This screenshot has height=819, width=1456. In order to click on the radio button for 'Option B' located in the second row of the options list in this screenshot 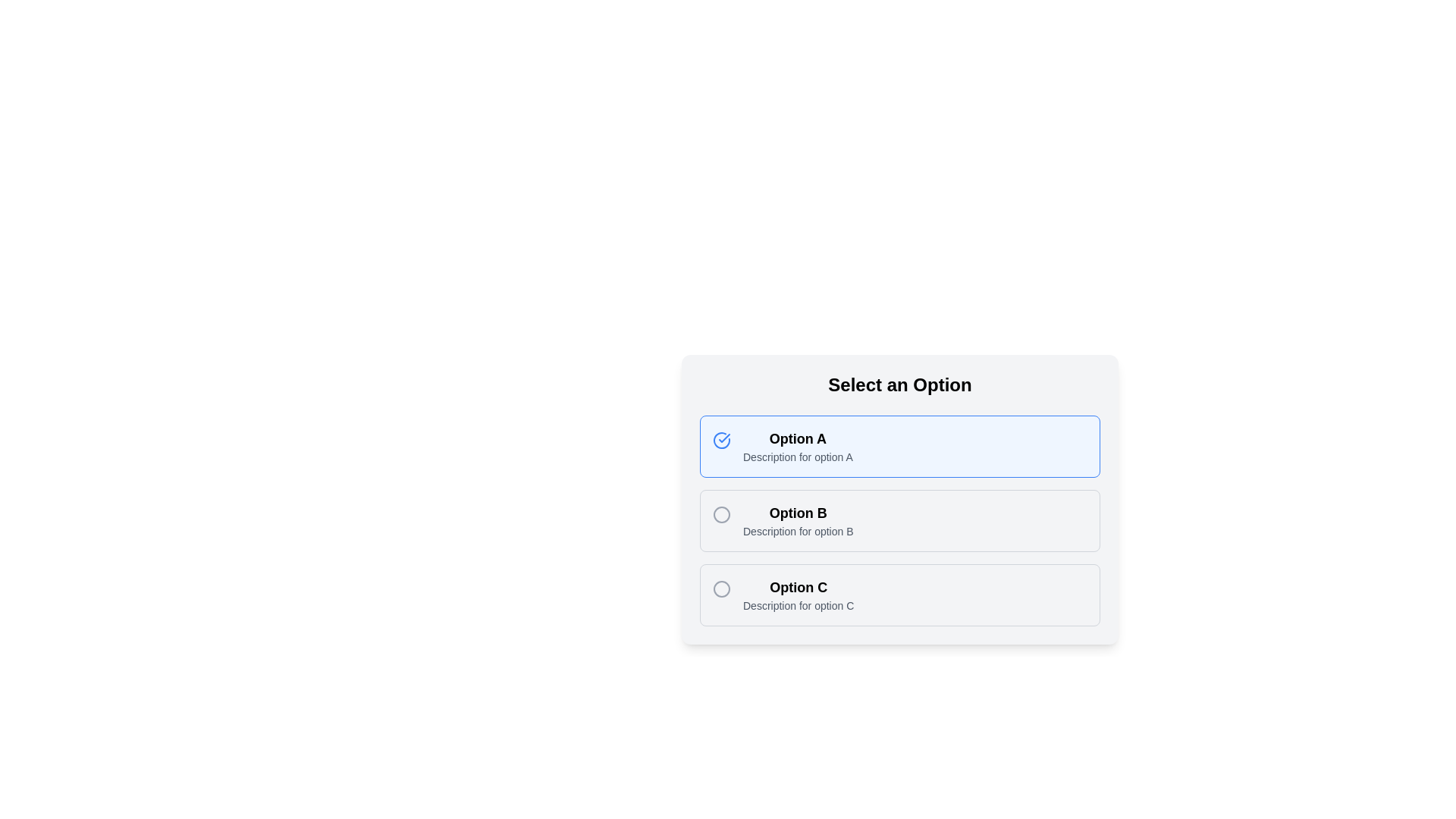, I will do `click(720, 513)`.